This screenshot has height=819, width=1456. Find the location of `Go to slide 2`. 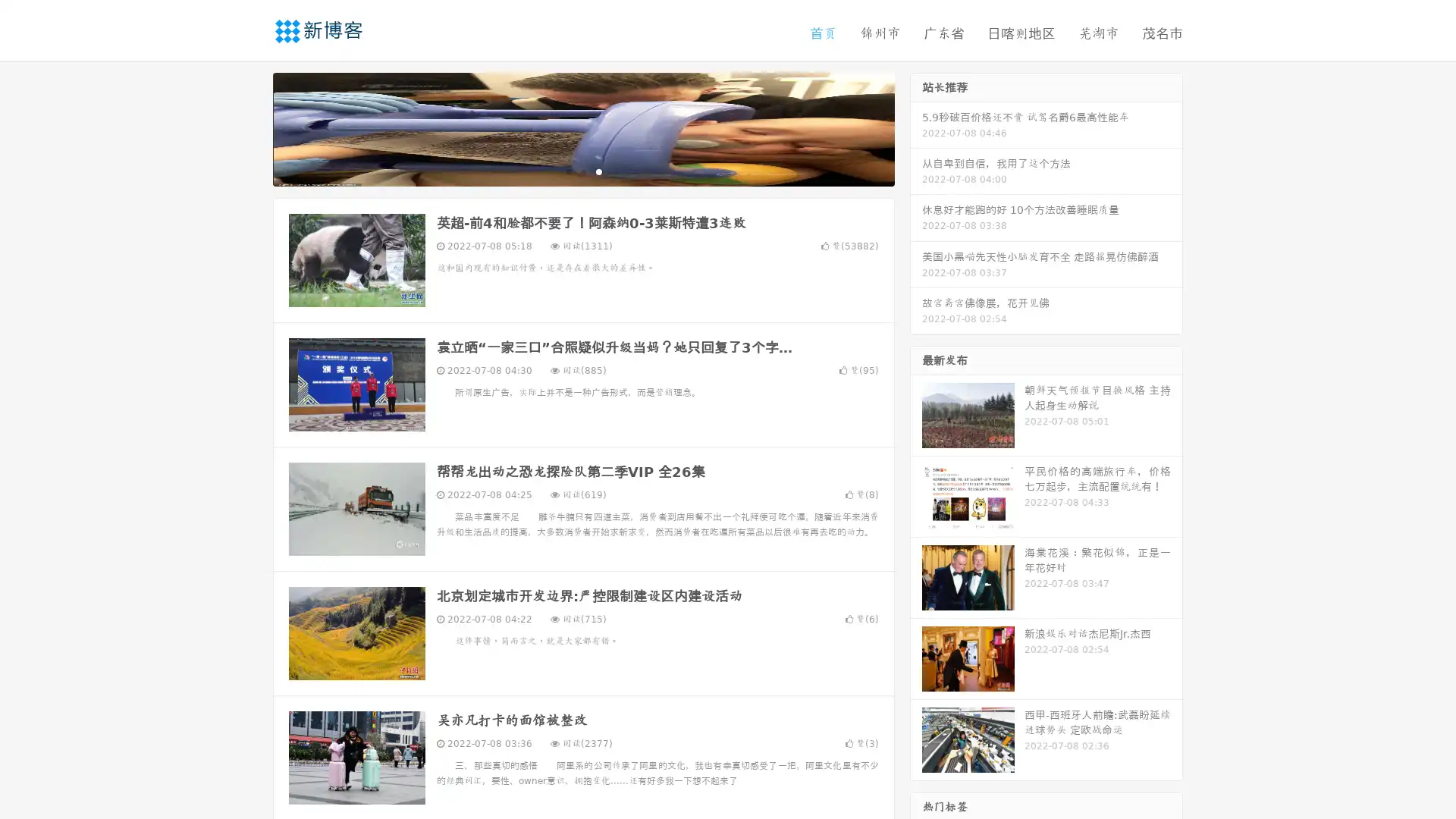

Go to slide 2 is located at coordinates (582, 171).